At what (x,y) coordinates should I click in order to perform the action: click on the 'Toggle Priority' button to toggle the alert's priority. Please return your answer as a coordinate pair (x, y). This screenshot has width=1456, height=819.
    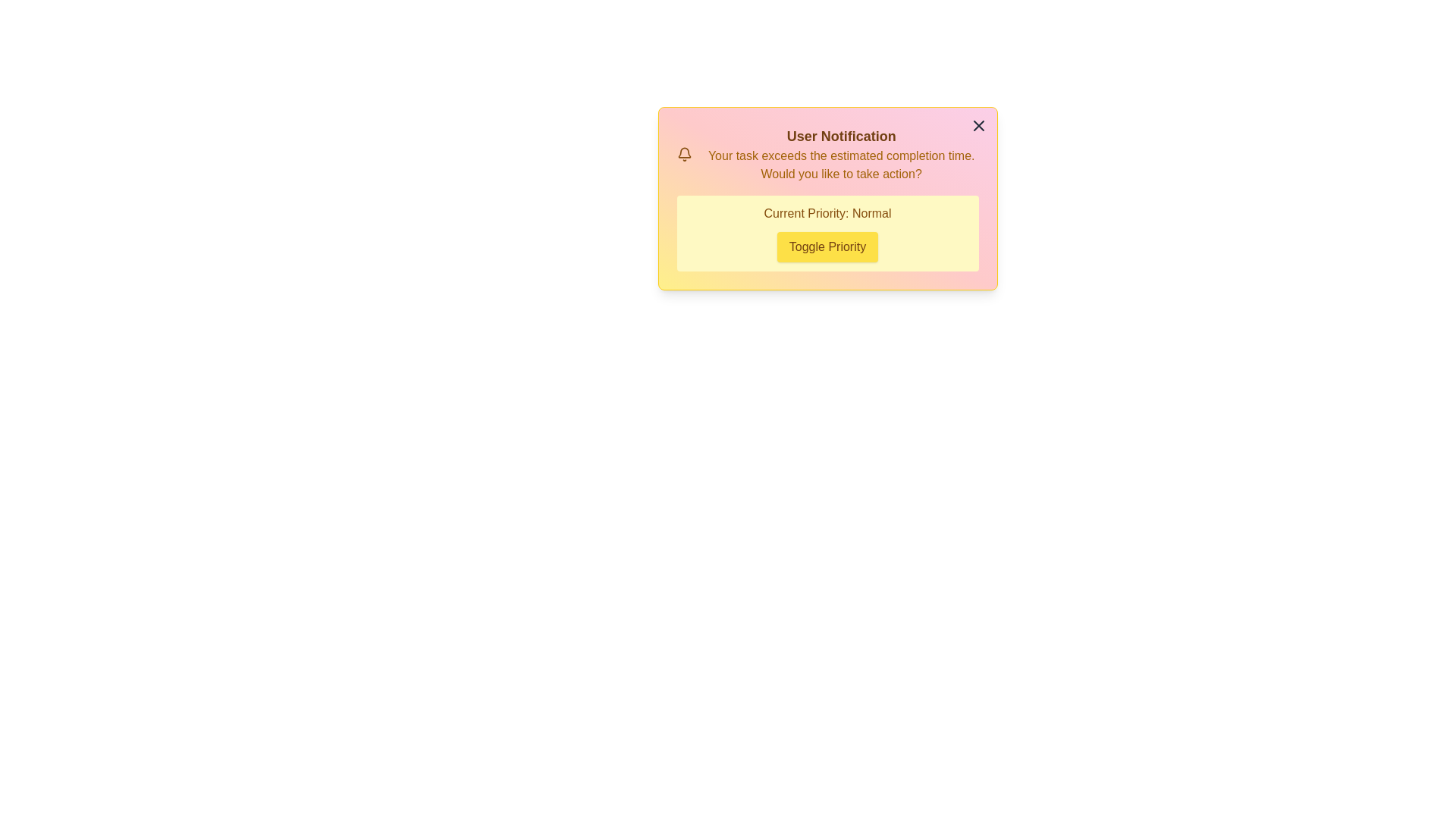
    Looking at the image, I should click on (827, 246).